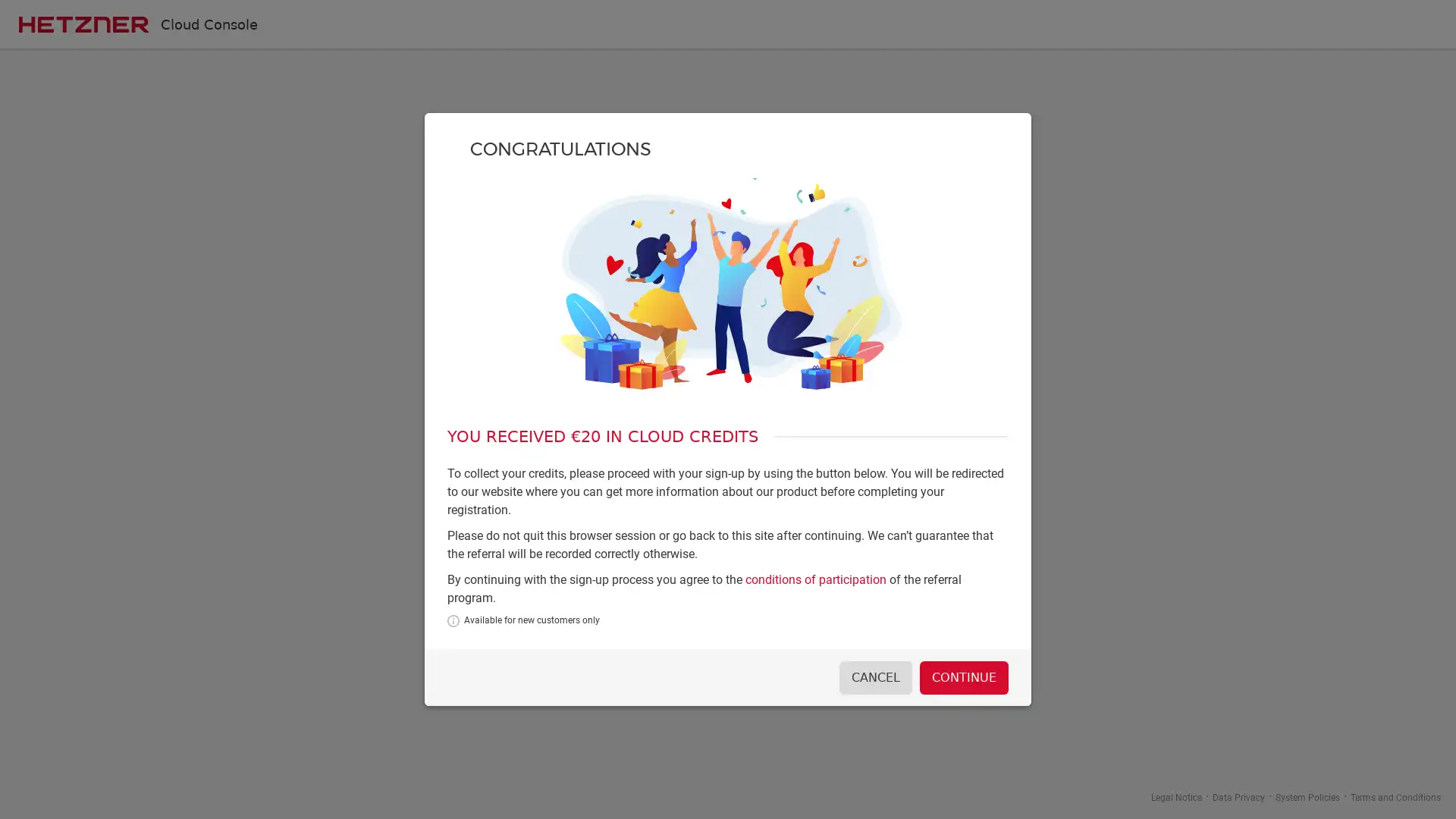 Image resolution: width=1456 pixels, height=819 pixels. Describe the element at coordinates (873, 676) in the screenshot. I see `CANCEL` at that location.